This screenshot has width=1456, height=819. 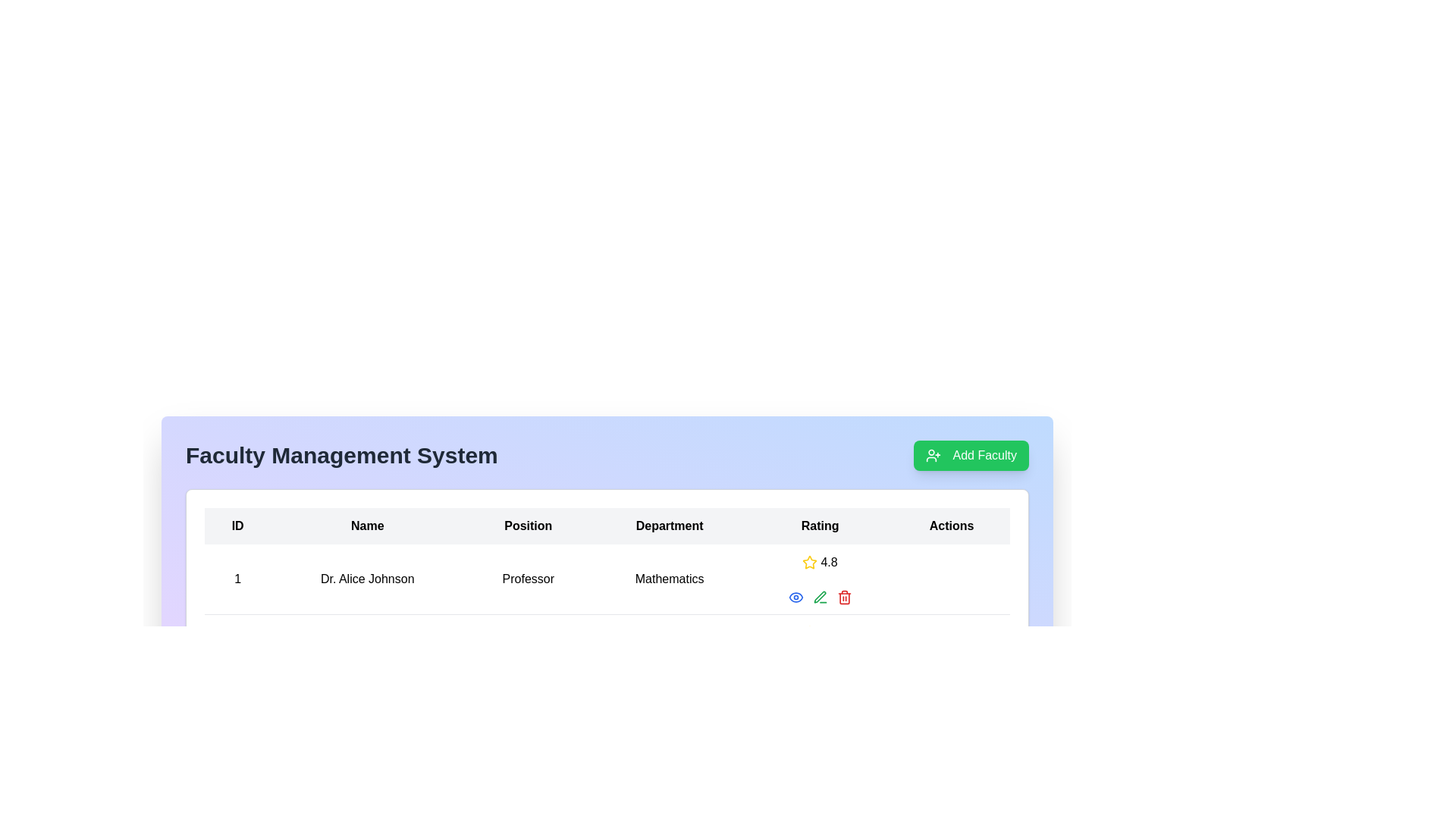 What do you see at coordinates (819, 596) in the screenshot?
I see `the green pen icon button in the 'Actions' column of the row for 'Dr. Alice Johnson' to change its color to a darker green` at bounding box center [819, 596].